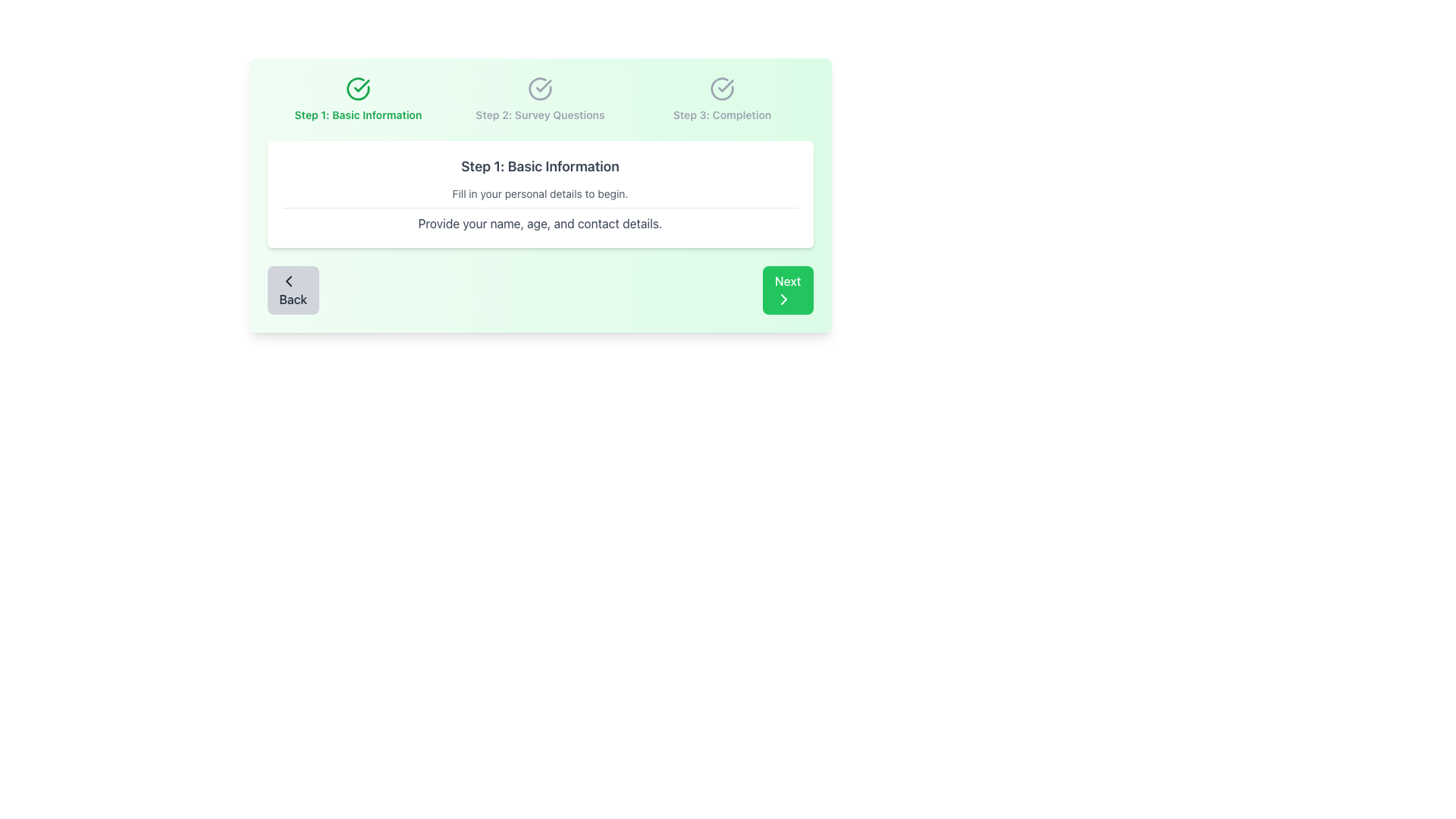 The image size is (1456, 819). Describe the element at coordinates (721, 114) in the screenshot. I see `the text label displaying 'Step 3: Completion'` at that location.